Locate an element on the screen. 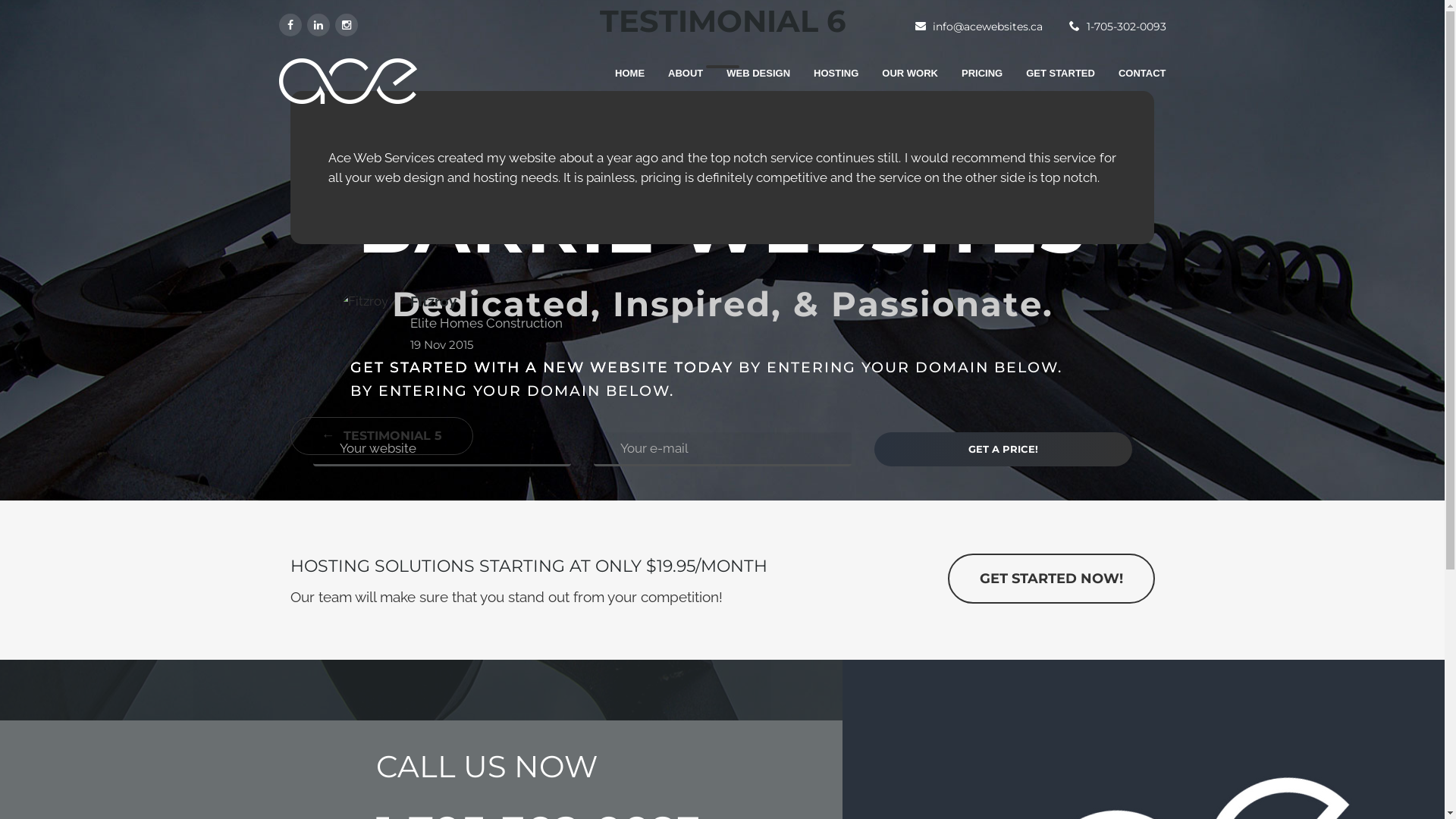  'HOSTING' is located at coordinates (824, 81).